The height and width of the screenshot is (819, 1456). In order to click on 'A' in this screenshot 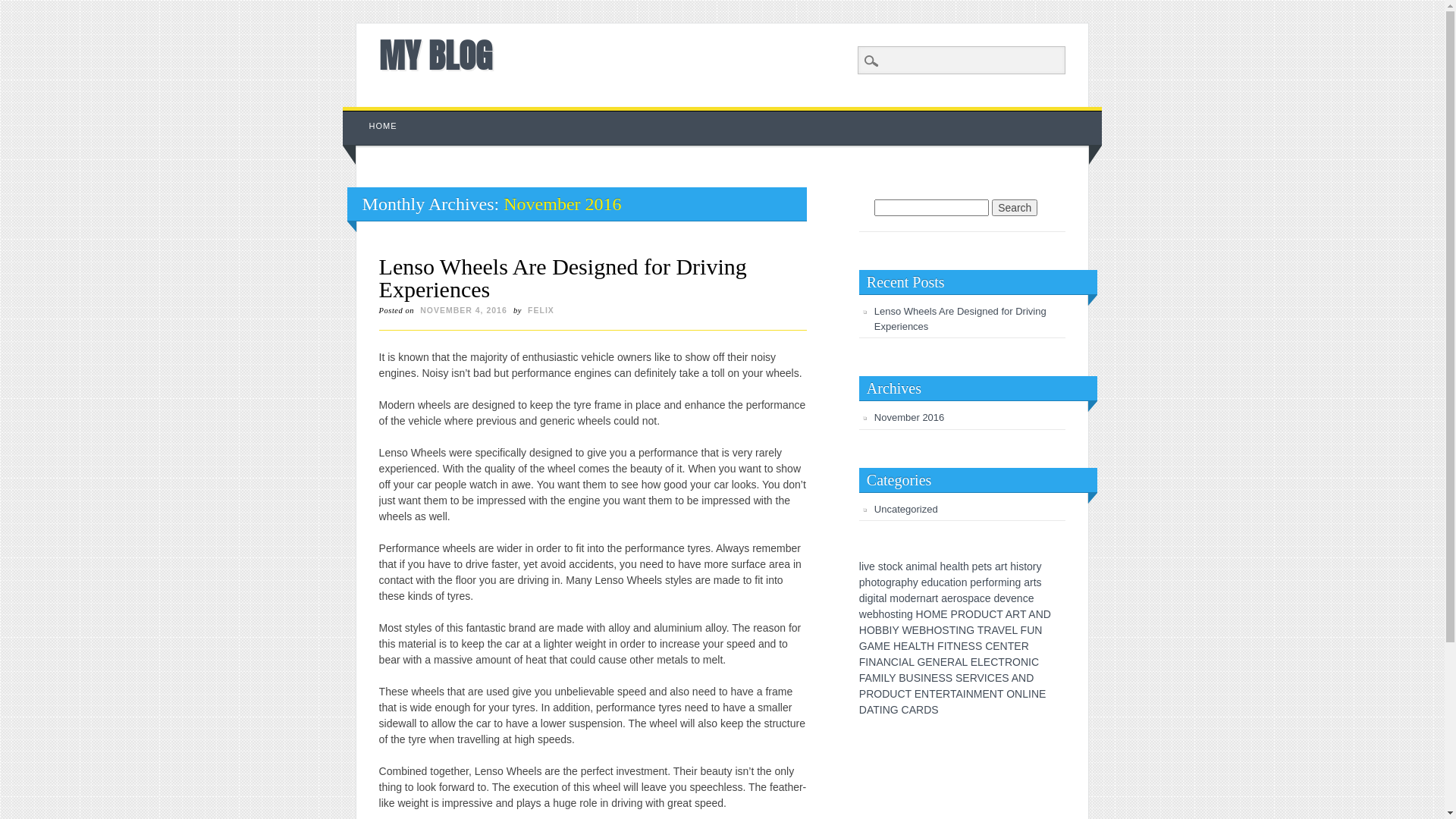, I will do `click(1031, 614)`.